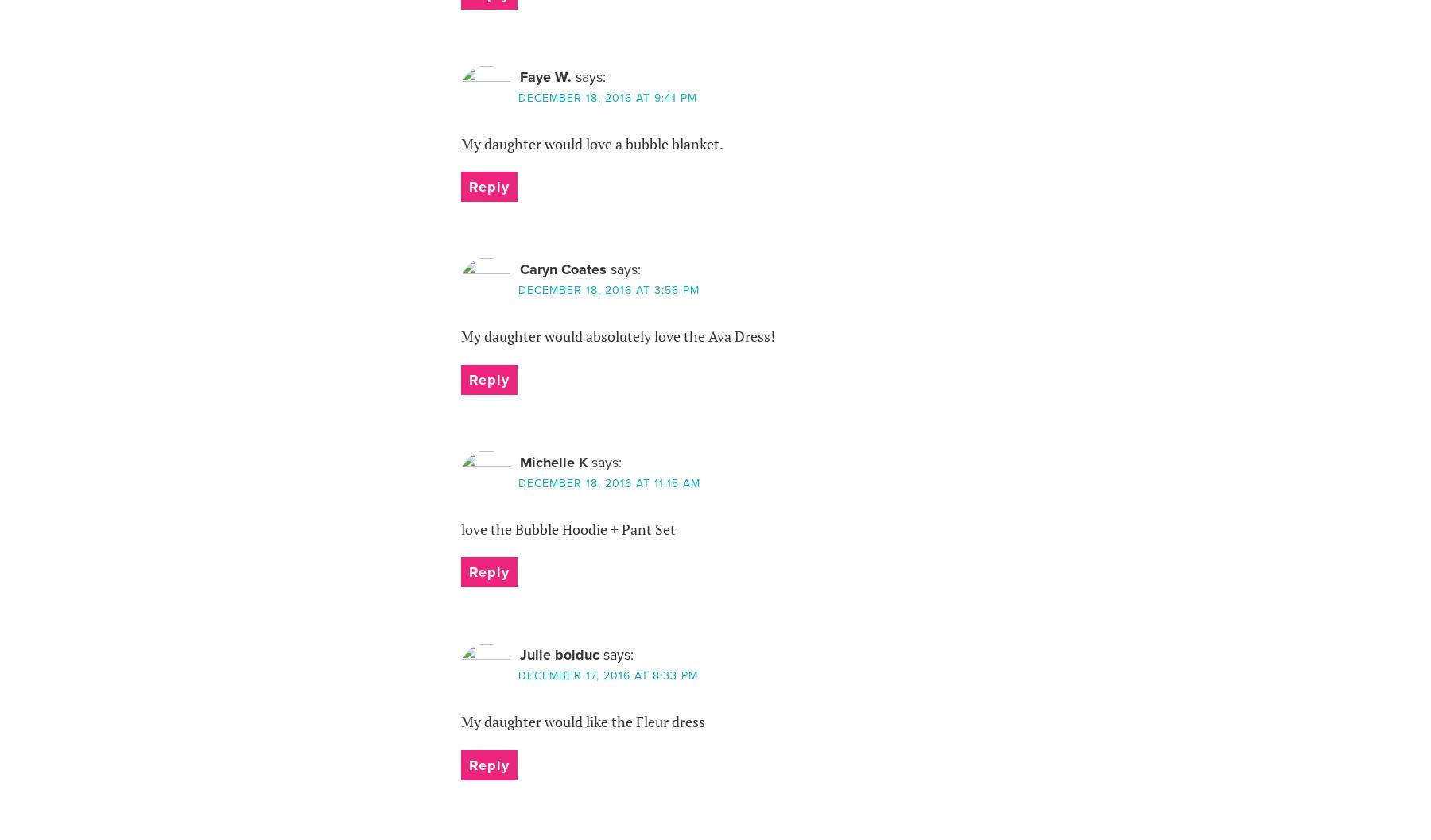 This screenshot has width=1431, height=840. Describe the element at coordinates (616, 335) in the screenshot. I see `'My daughter would absolutely love the Ava Dress!'` at that location.